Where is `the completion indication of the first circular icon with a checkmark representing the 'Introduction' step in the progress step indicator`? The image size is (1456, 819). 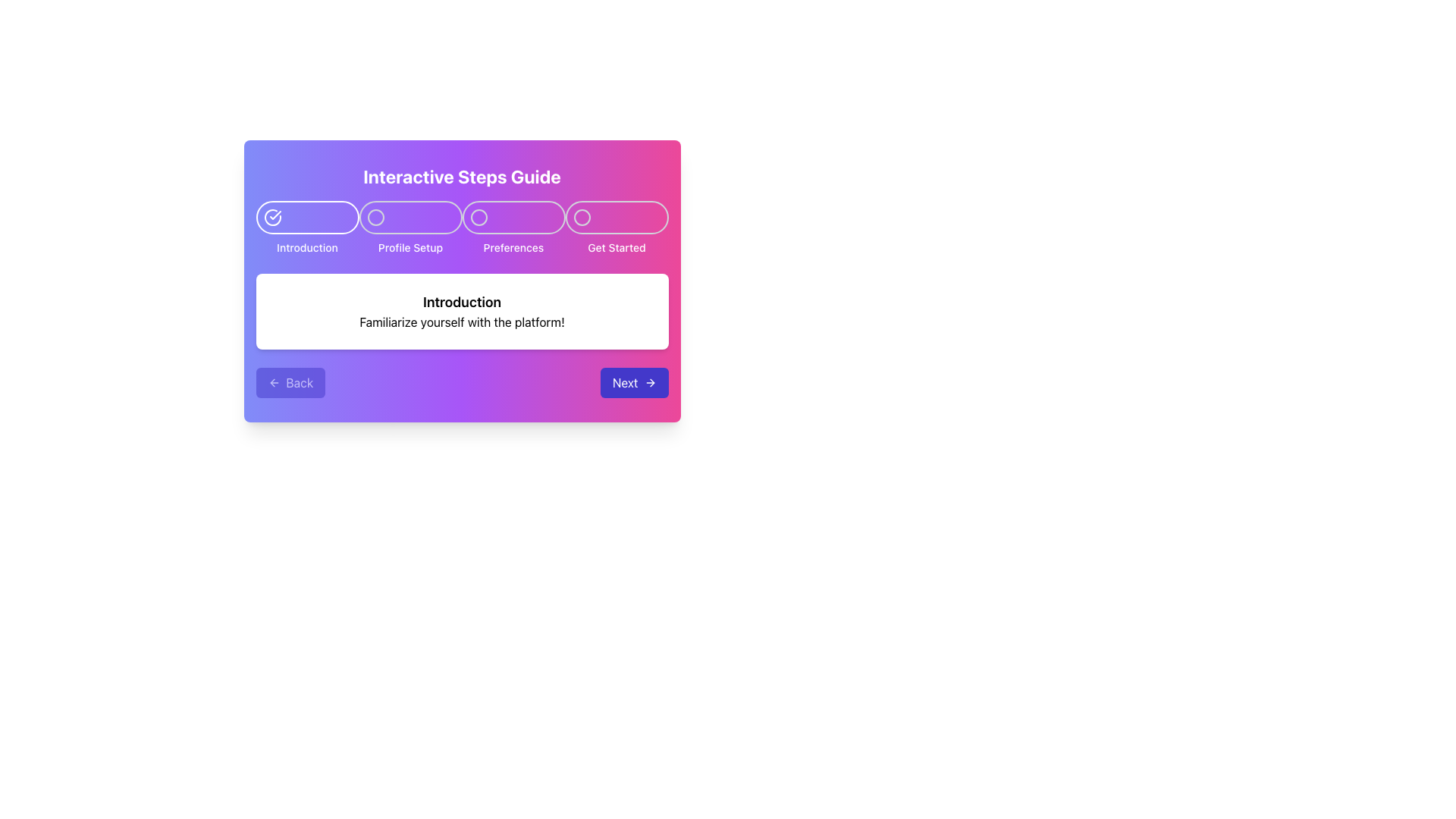 the completion indication of the first circular icon with a checkmark representing the 'Introduction' step in the progress step indicator is located at coordinates (272, 217).